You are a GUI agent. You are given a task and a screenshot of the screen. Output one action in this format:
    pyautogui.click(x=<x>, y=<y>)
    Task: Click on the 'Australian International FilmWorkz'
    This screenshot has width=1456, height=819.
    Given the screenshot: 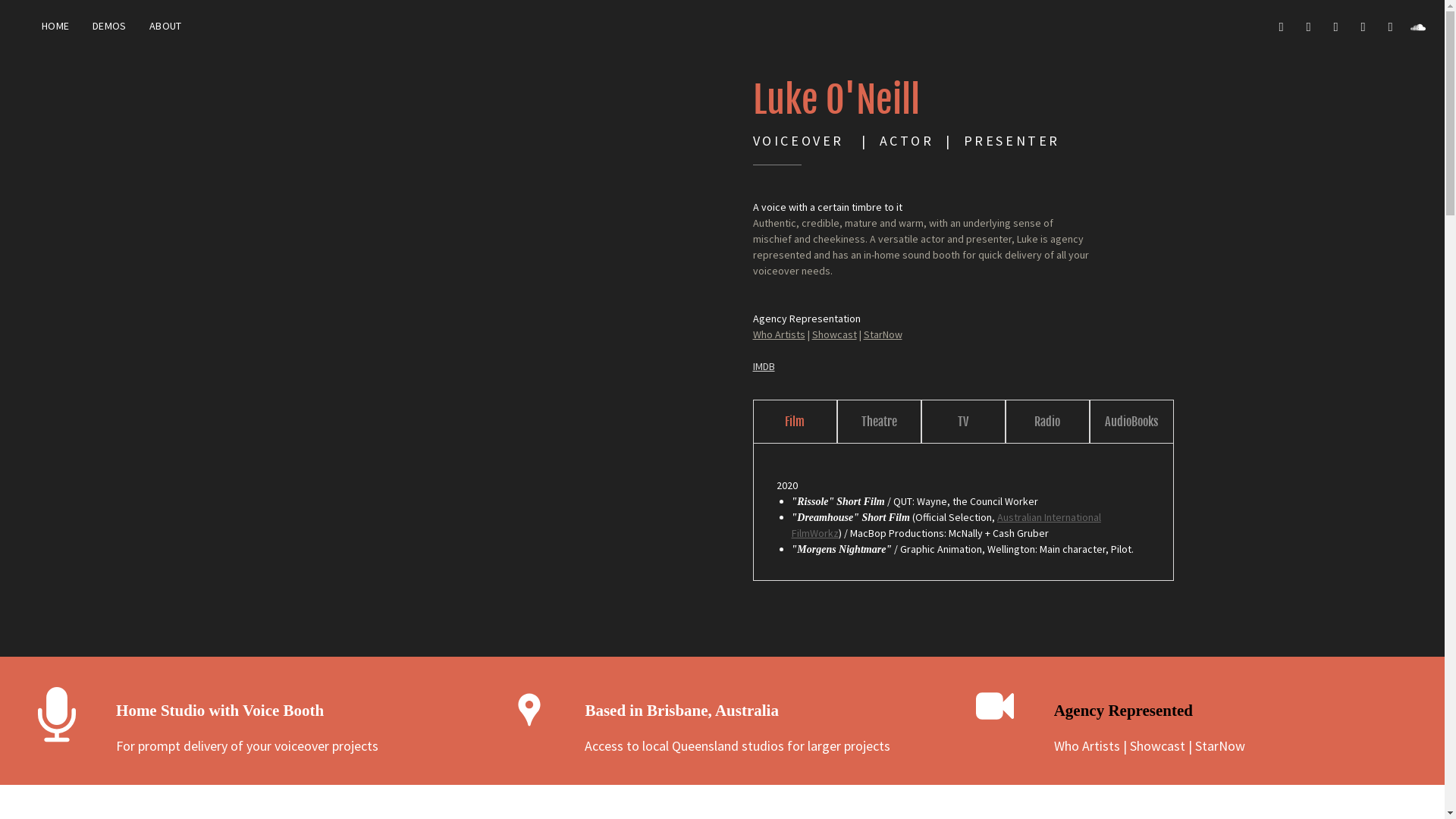 What is the action you would take?
    pyautogui.click(x=946, y=524)
    